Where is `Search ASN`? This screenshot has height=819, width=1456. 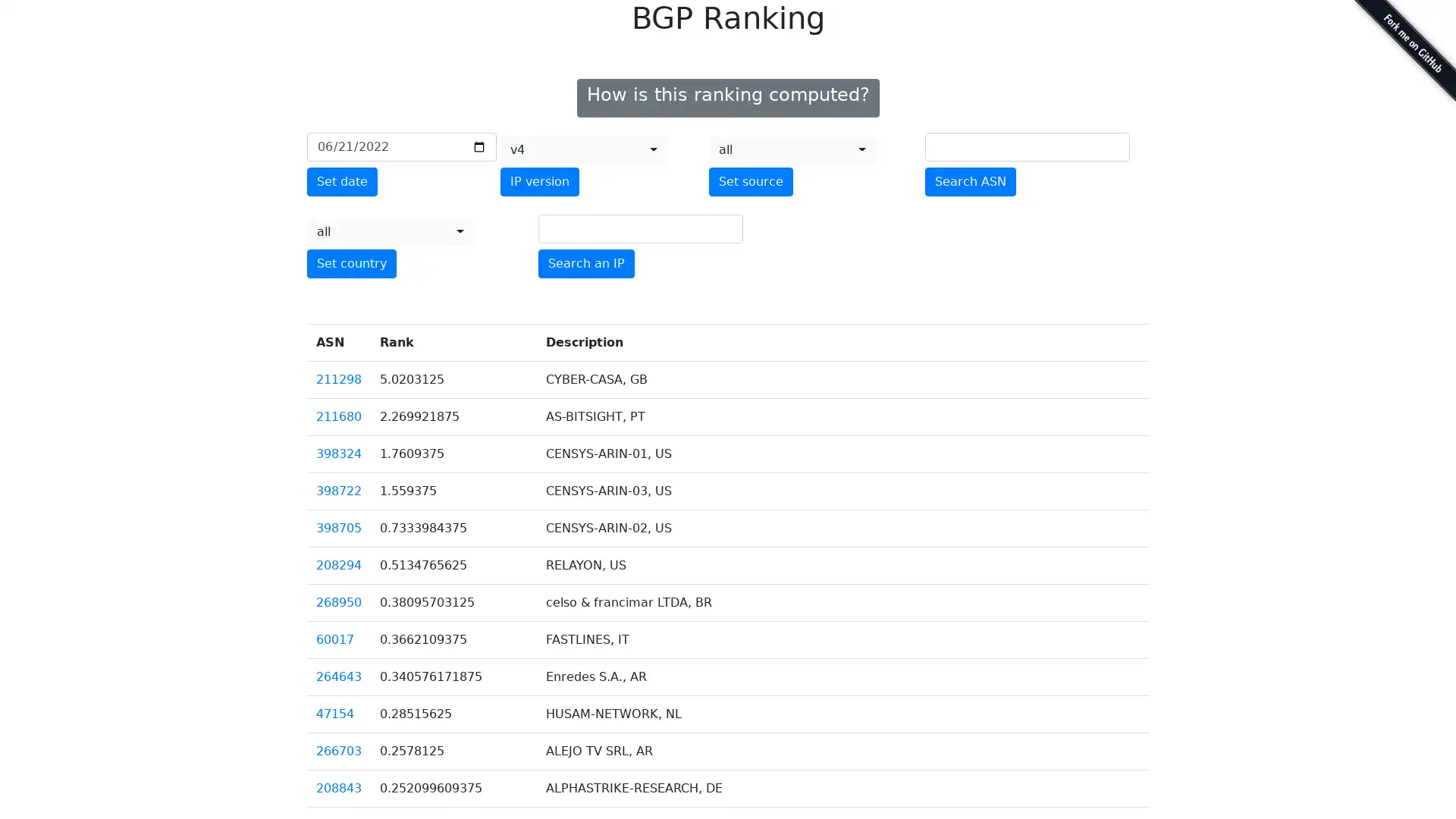
Search ASN is located at coordinates (971, 180).